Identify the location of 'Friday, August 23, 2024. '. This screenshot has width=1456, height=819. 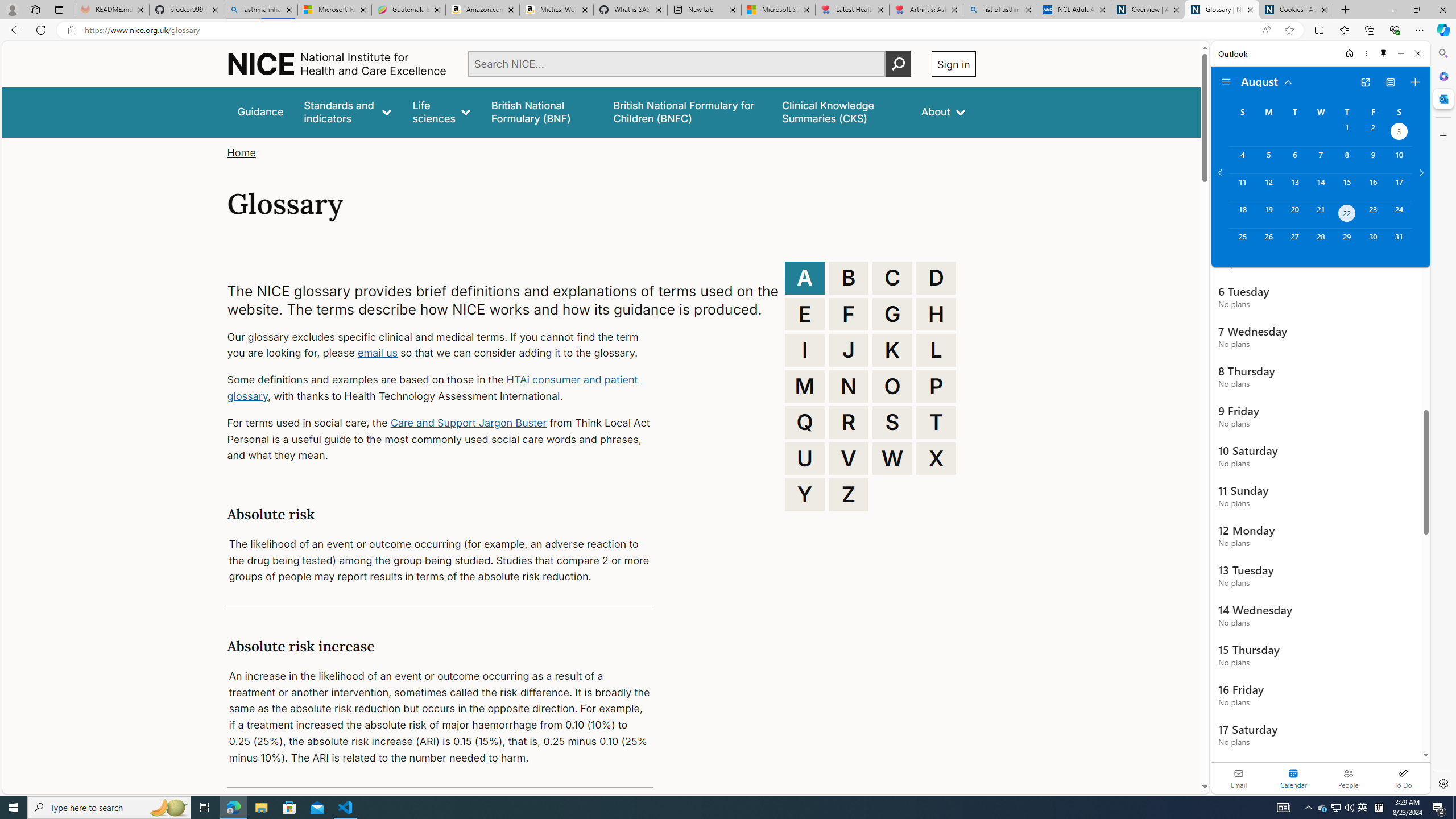
(1372, 214).